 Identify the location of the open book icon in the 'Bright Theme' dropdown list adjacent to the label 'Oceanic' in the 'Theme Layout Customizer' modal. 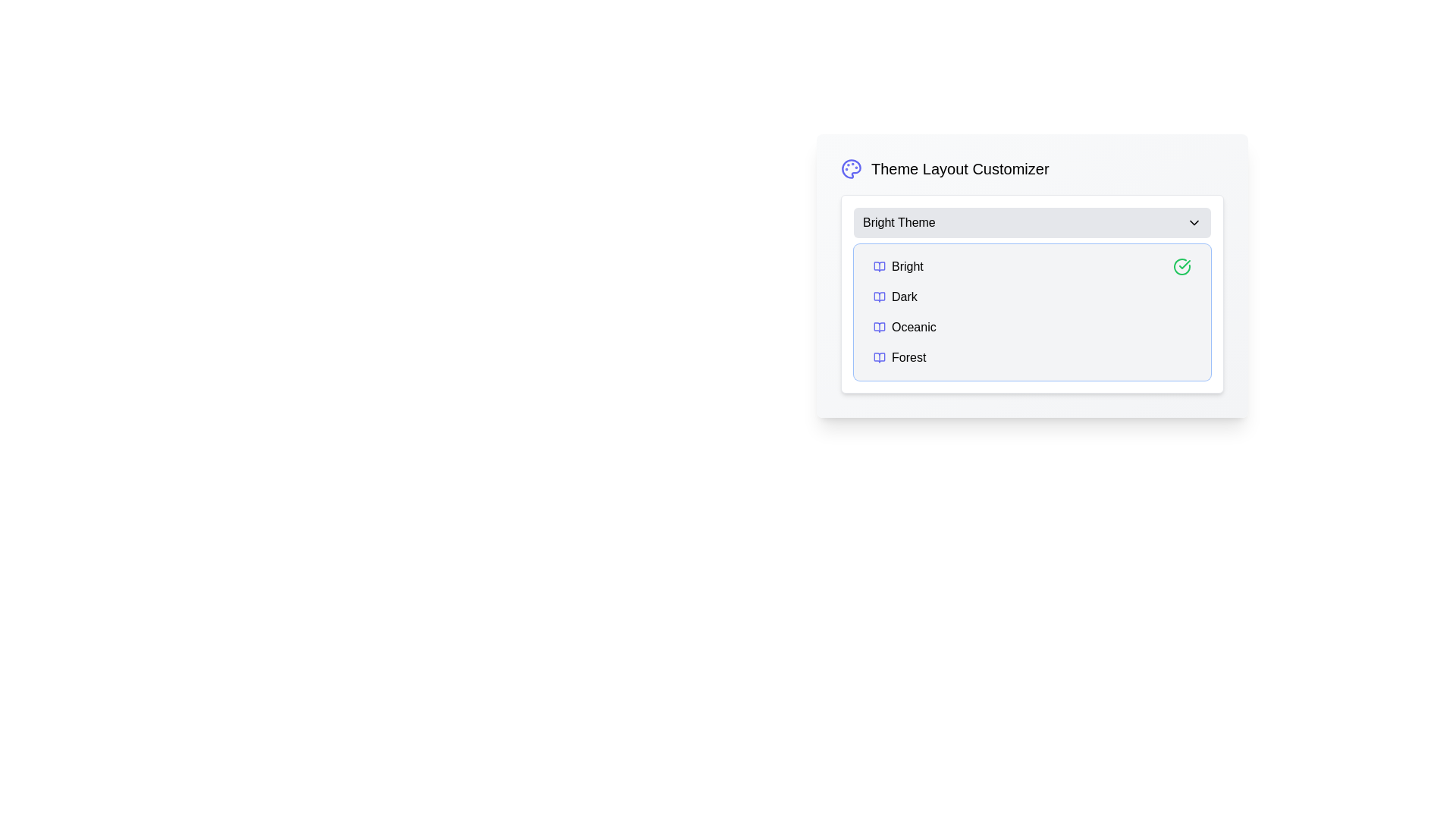
(880, 327).